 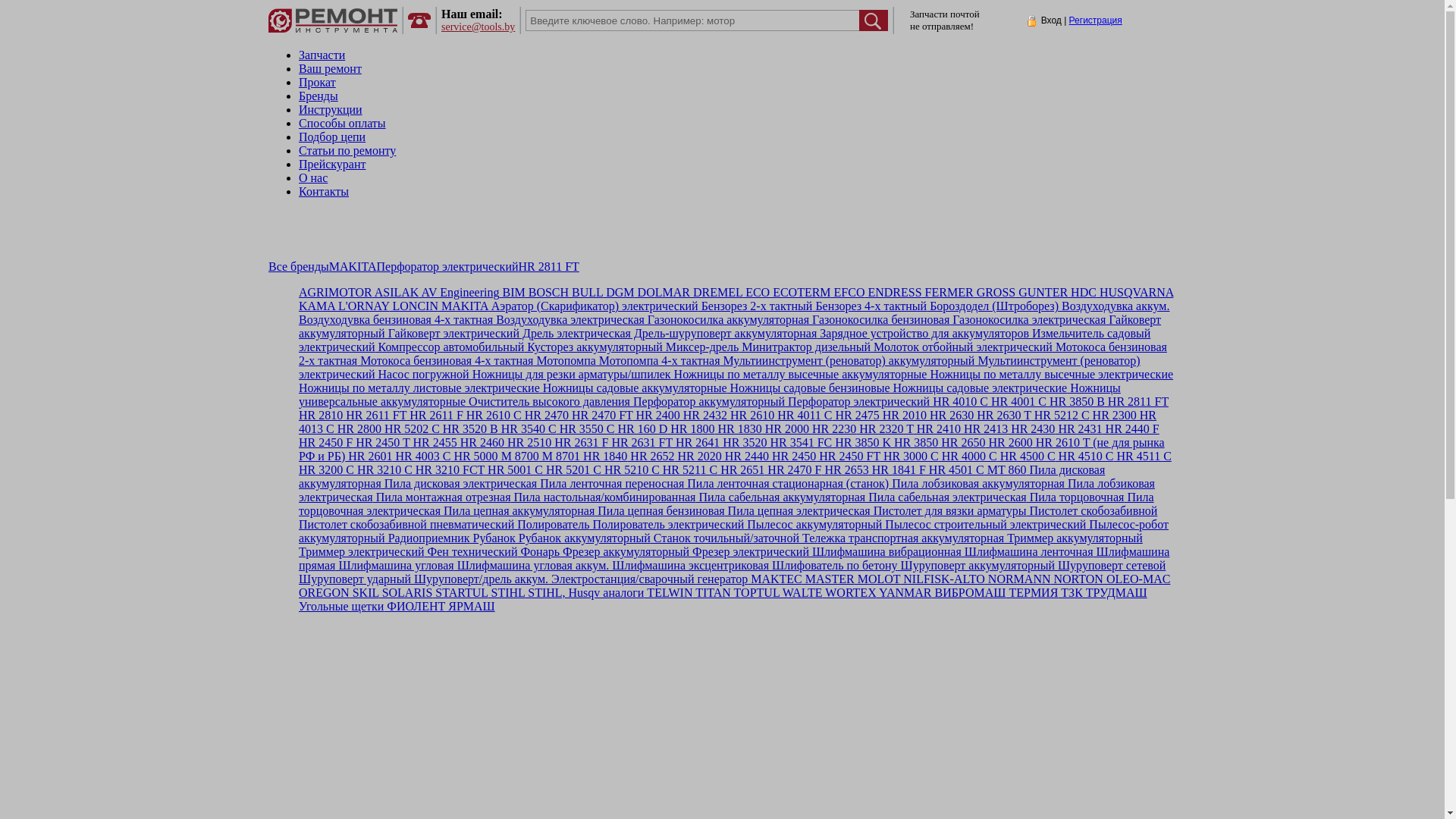 I want to click on 'HR 5202 C', so click(x=410, y=428).